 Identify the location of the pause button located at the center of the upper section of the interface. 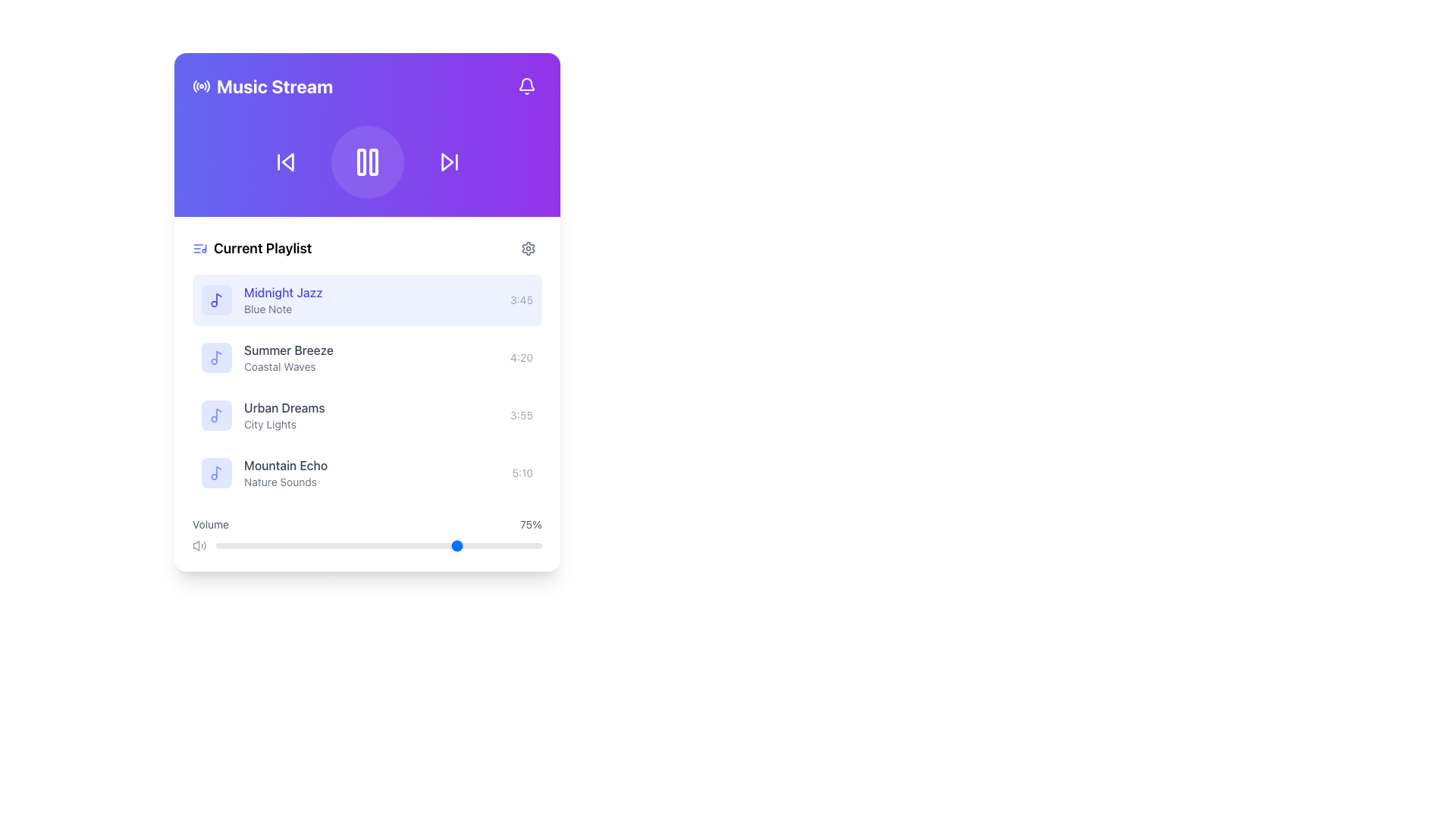
(367, 162).